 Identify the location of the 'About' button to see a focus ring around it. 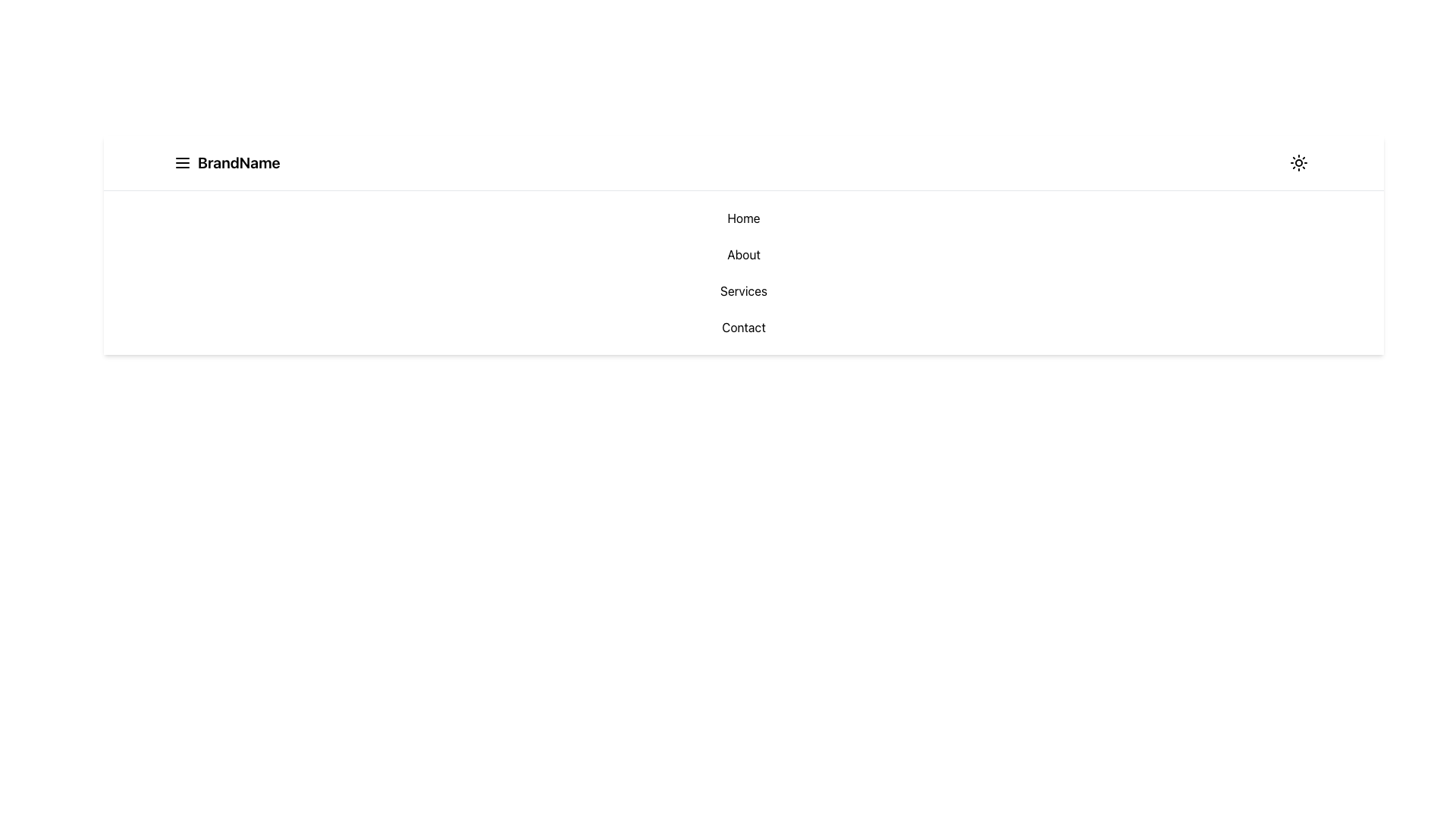
(743, 253).